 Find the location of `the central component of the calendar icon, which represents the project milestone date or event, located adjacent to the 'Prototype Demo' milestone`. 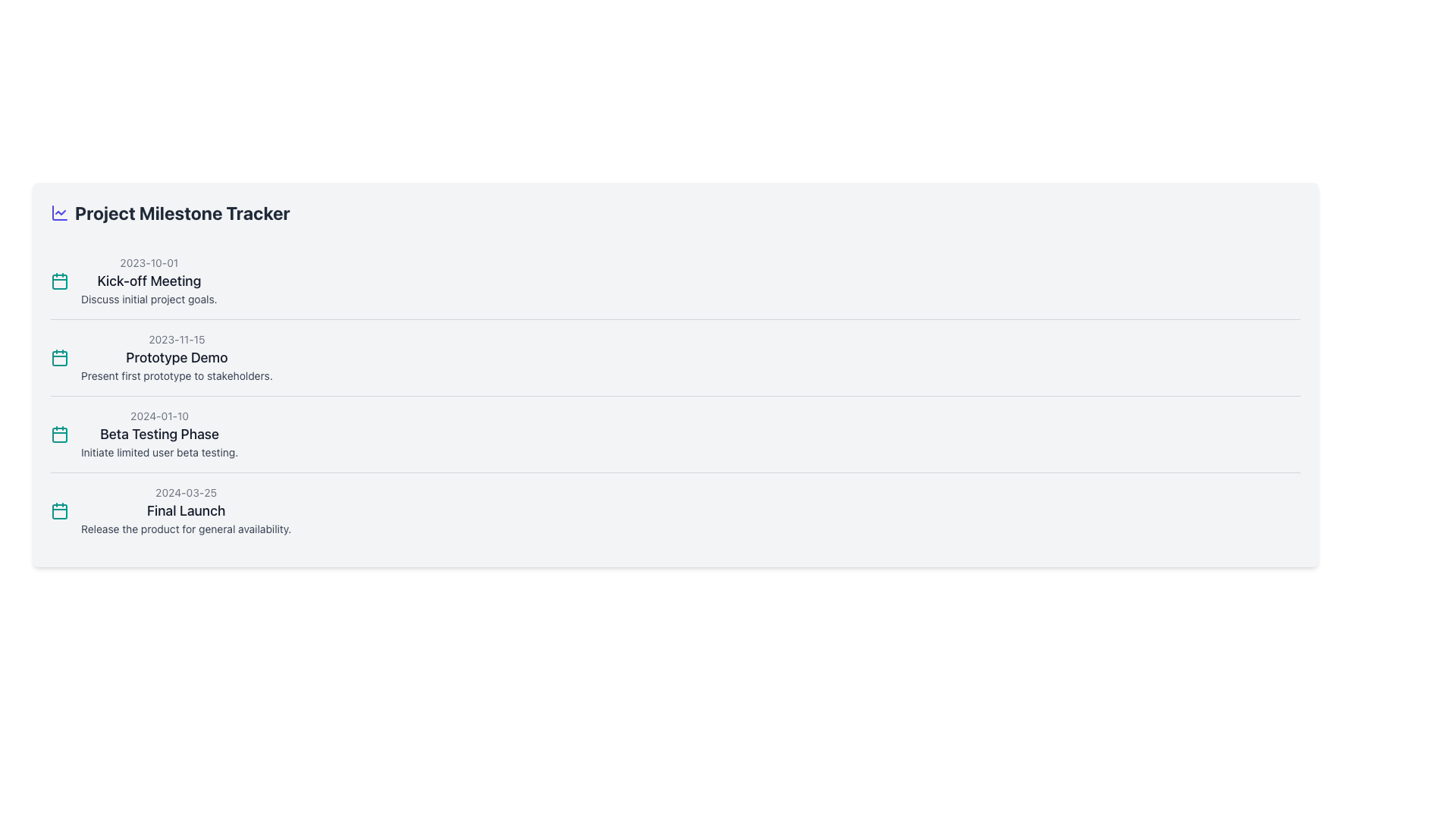

the central component of the calendar icon, which represents the project milestone date or event, located adjacent to the 'Prototype Demo' milestone is located at coordinates (59, 359).